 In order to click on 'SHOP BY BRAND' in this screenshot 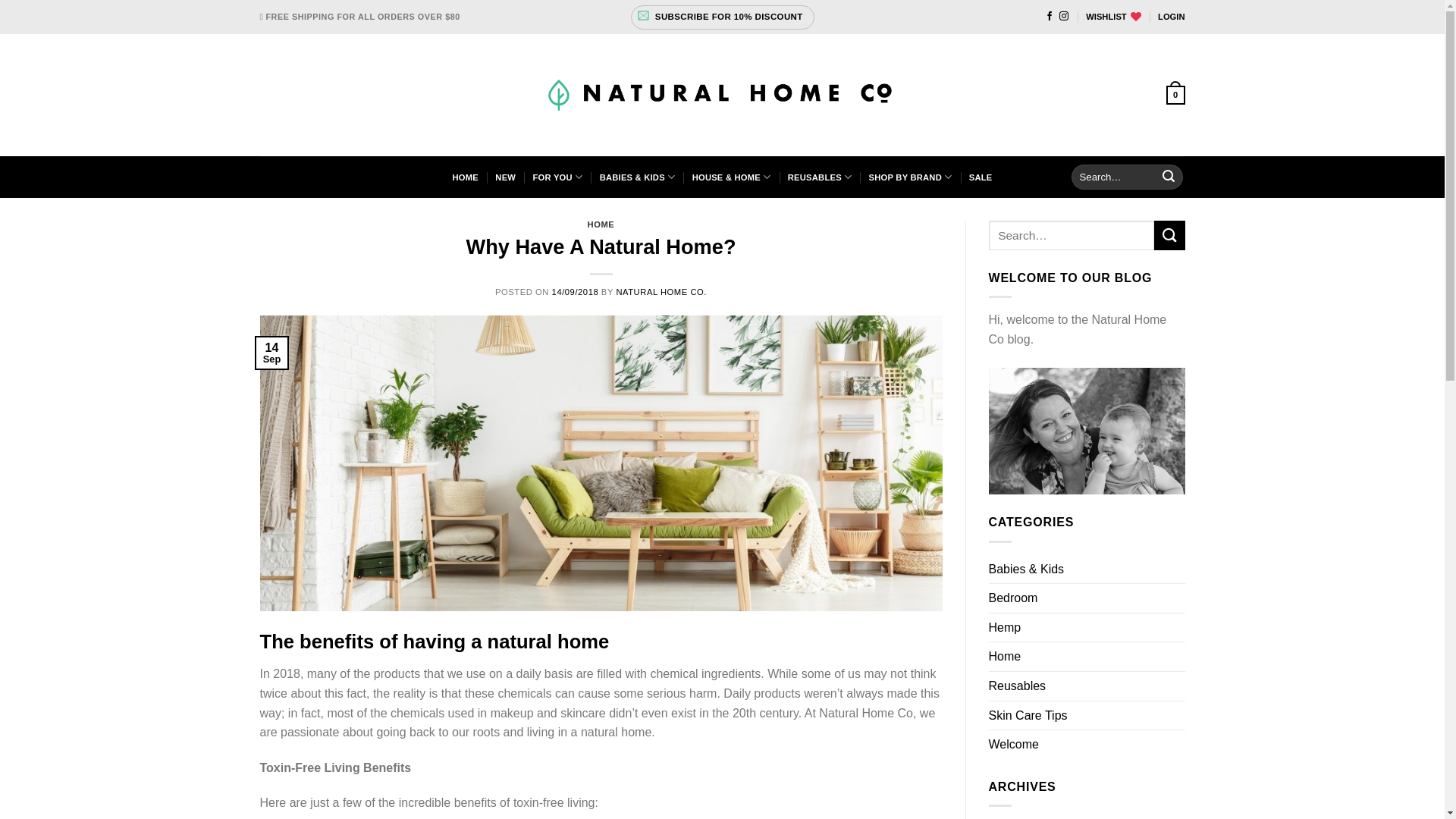, I will do `click(910, 176)`.